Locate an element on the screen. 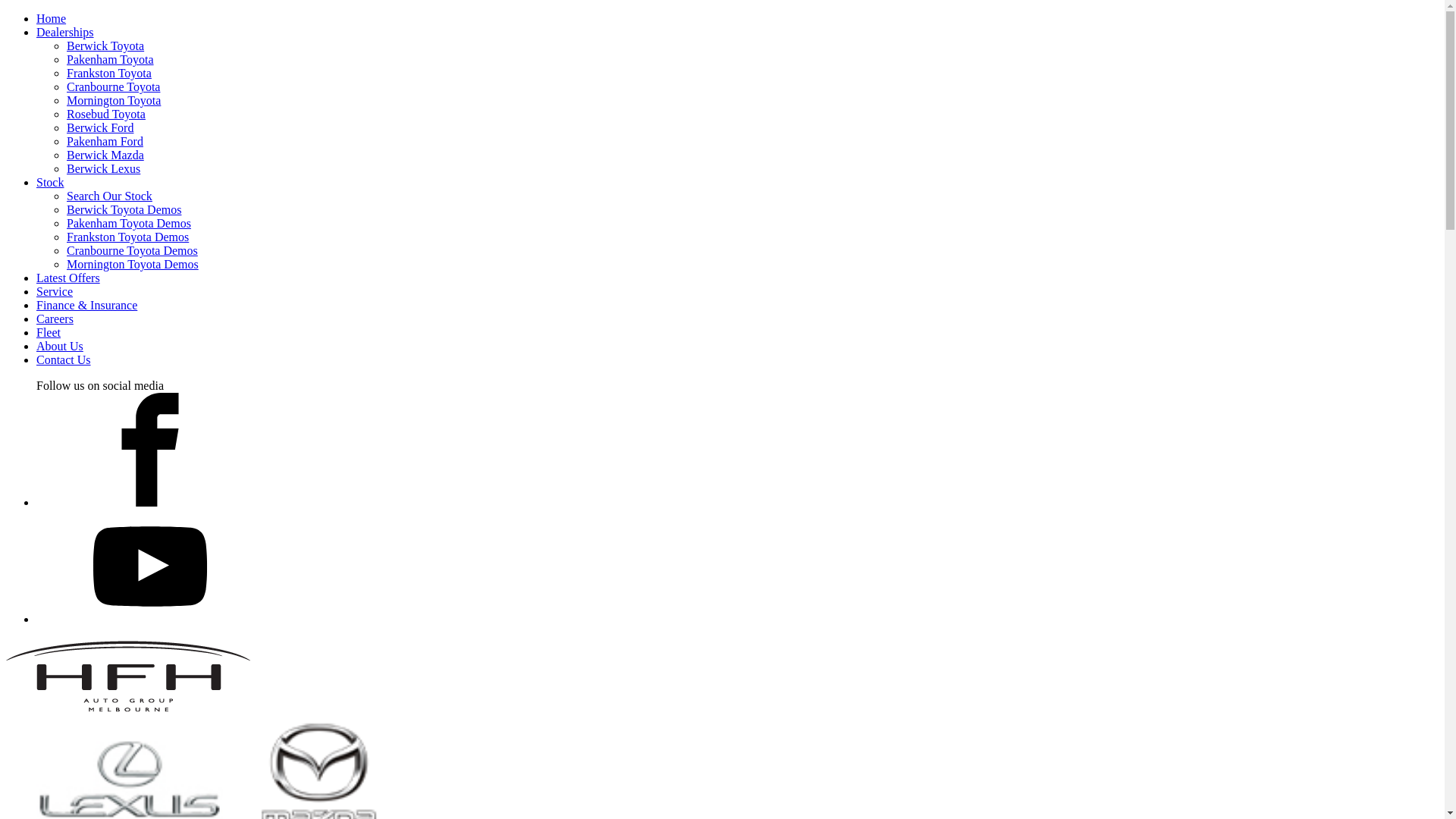 This screenshot has width=1456, height=819. 'Mornington Toyota' is located at coordinates (65, 100).